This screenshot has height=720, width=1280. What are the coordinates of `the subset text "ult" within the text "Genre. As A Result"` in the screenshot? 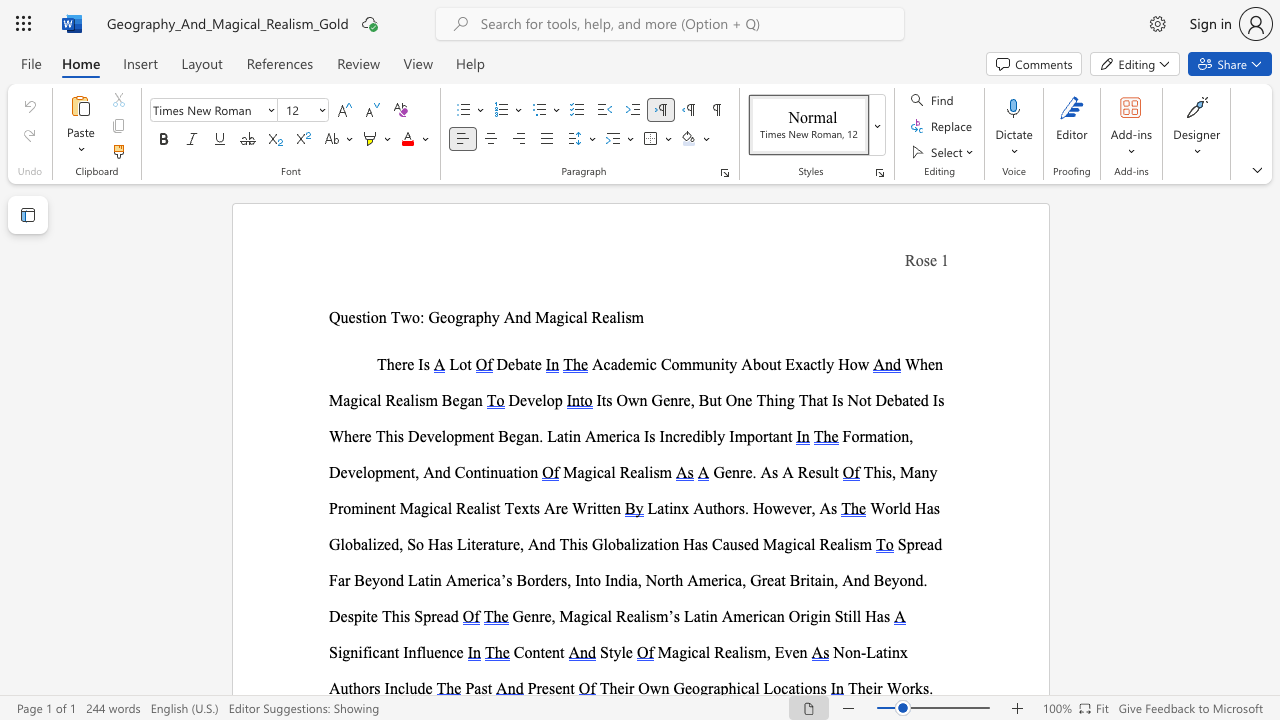 It's located at (821, 472).